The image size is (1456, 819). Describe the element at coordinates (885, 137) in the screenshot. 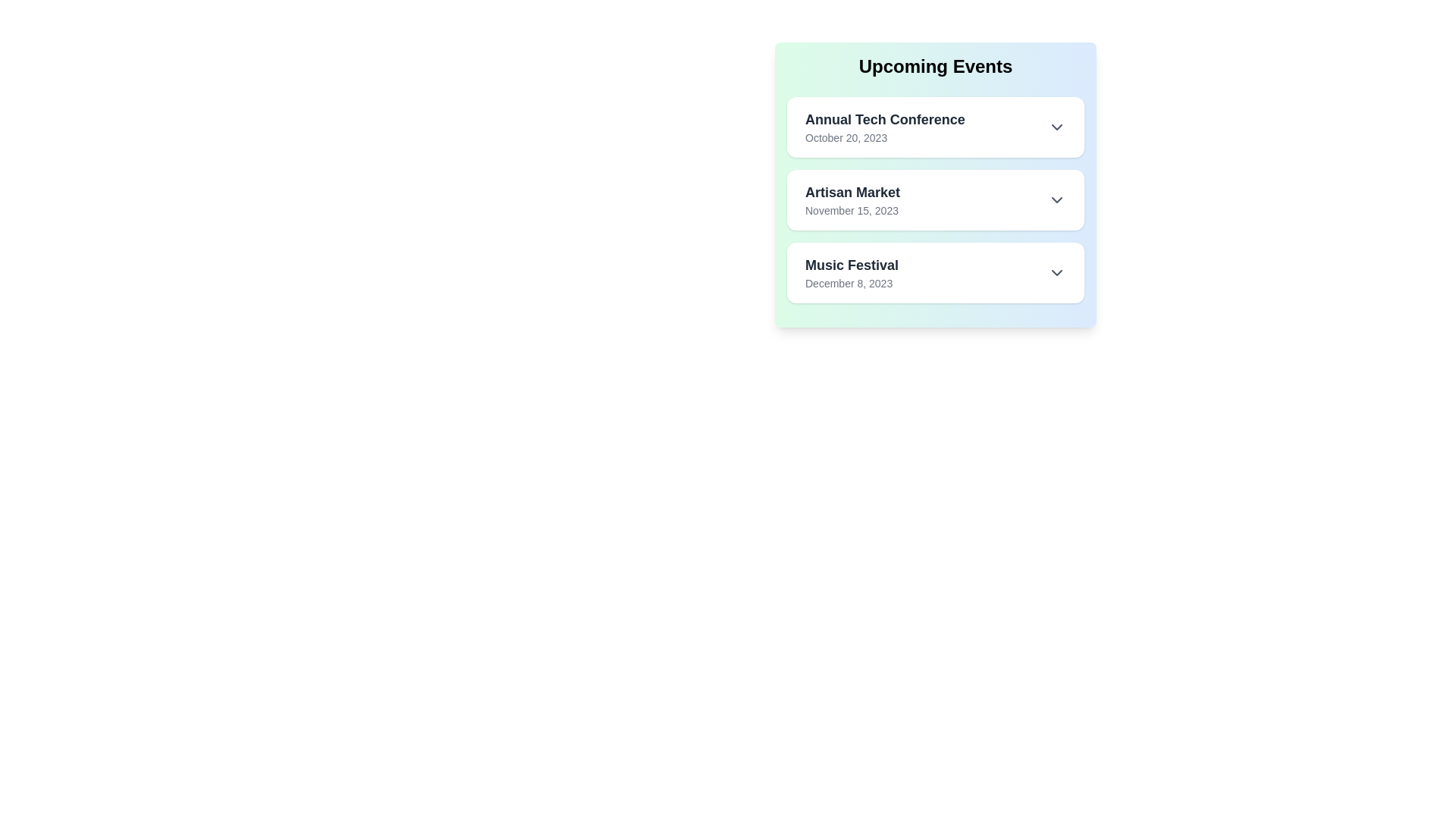

I see `the text label displaying the date 'October 20, 2023', which is styled in gray and positioned below the title 'Annual Tech Conference' in the 'Upcoming Events' list` at that location.